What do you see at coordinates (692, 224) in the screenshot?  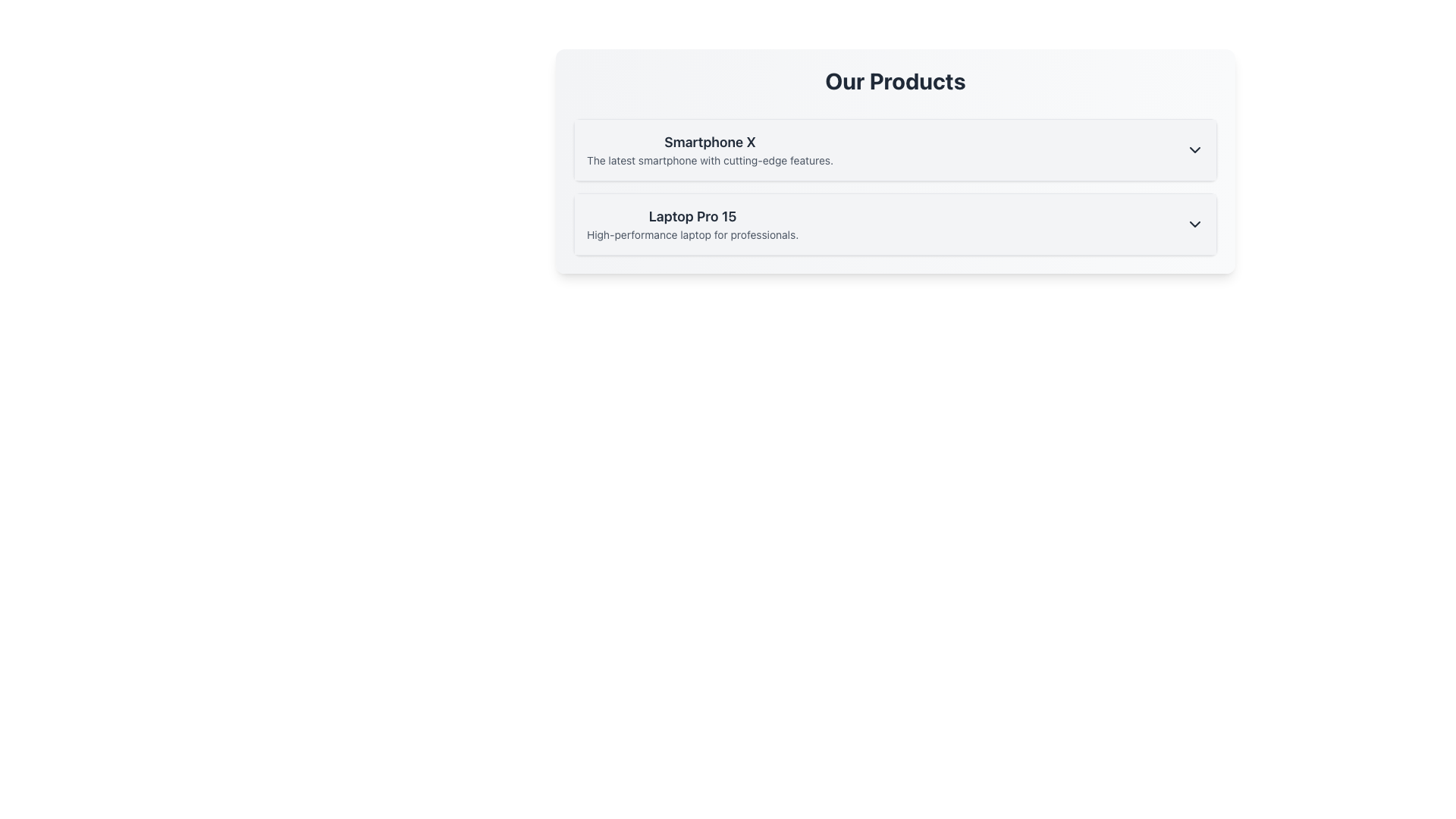 I see `the text element presenting the title and description of a product, specifically the second item` at bounding box center [692, 224].